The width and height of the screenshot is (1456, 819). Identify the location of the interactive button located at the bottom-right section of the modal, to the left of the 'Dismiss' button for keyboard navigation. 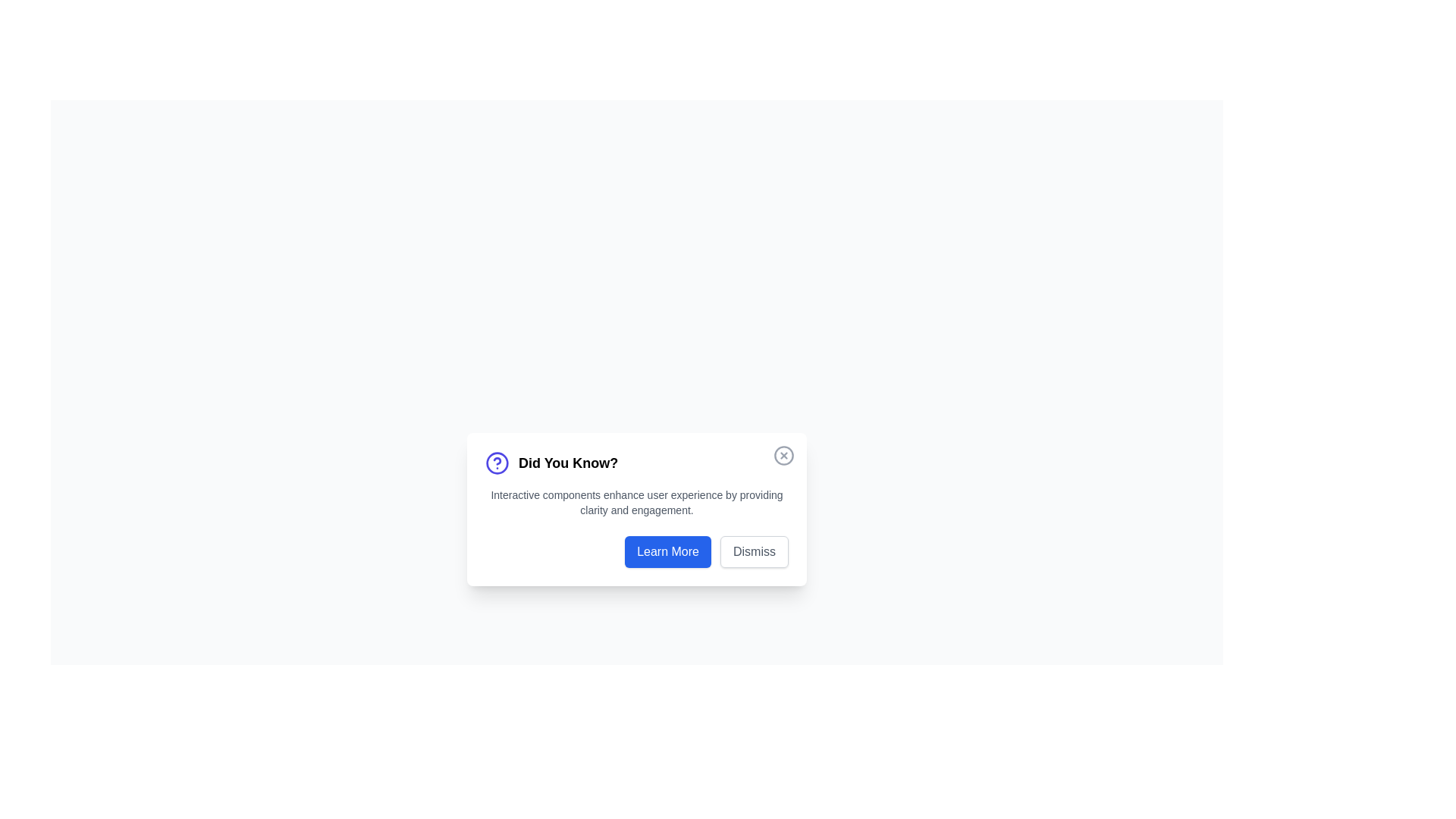
(667, 552).